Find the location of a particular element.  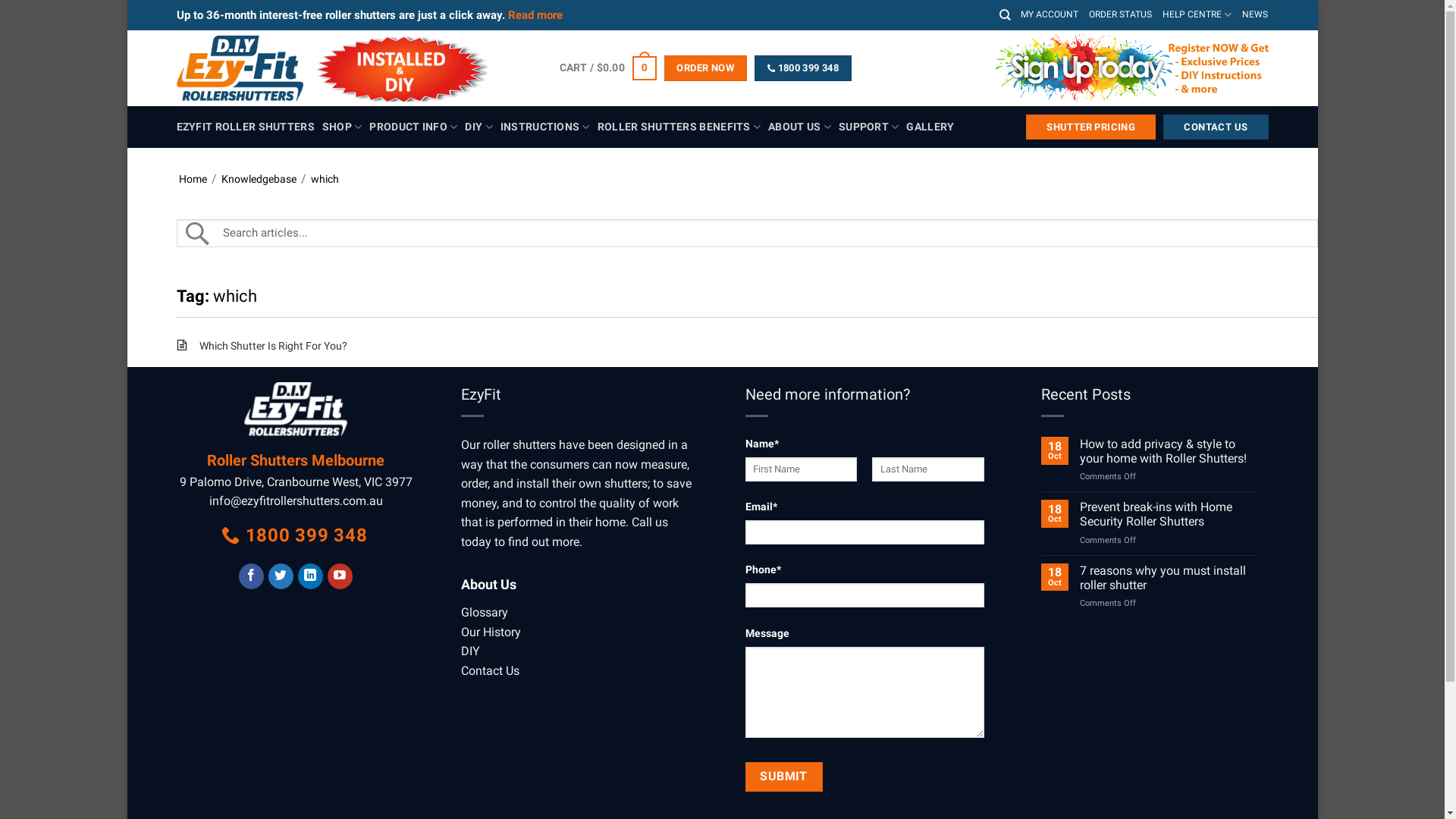

'1800 399 348' is located at coordinates (802, 67).